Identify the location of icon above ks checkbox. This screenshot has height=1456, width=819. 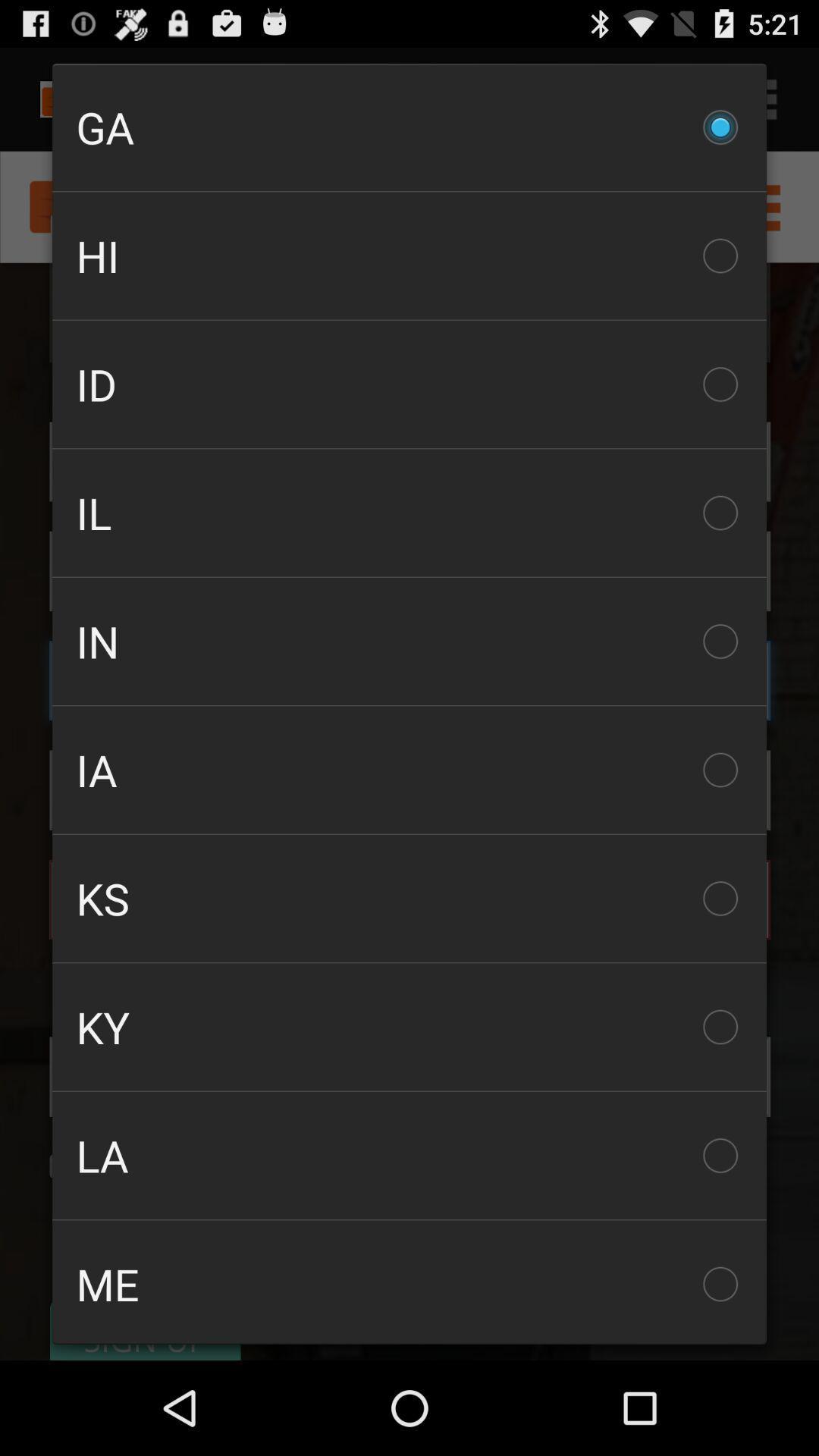
(409, 770).